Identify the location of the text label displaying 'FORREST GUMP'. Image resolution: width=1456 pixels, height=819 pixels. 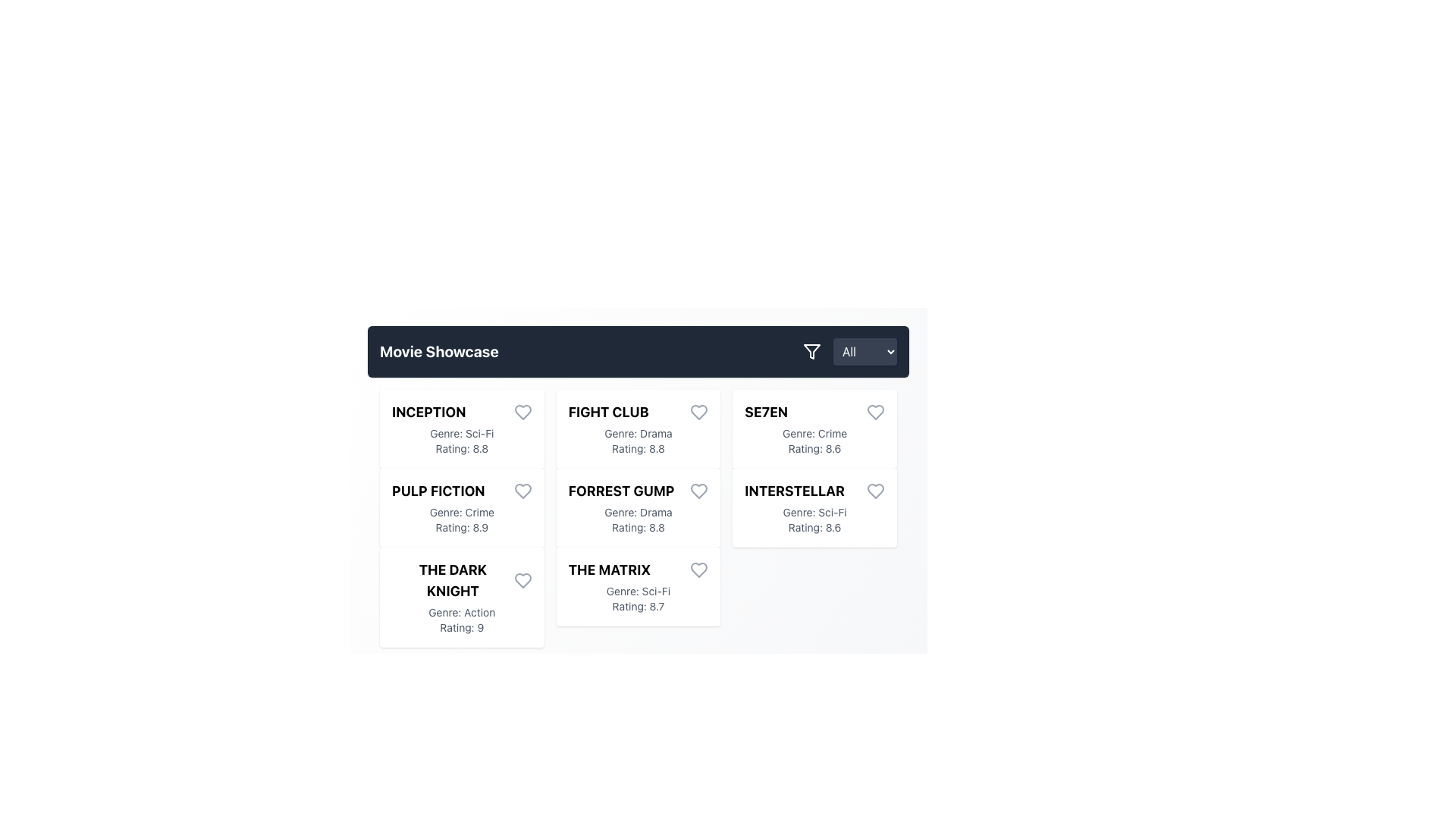
(621, 491).